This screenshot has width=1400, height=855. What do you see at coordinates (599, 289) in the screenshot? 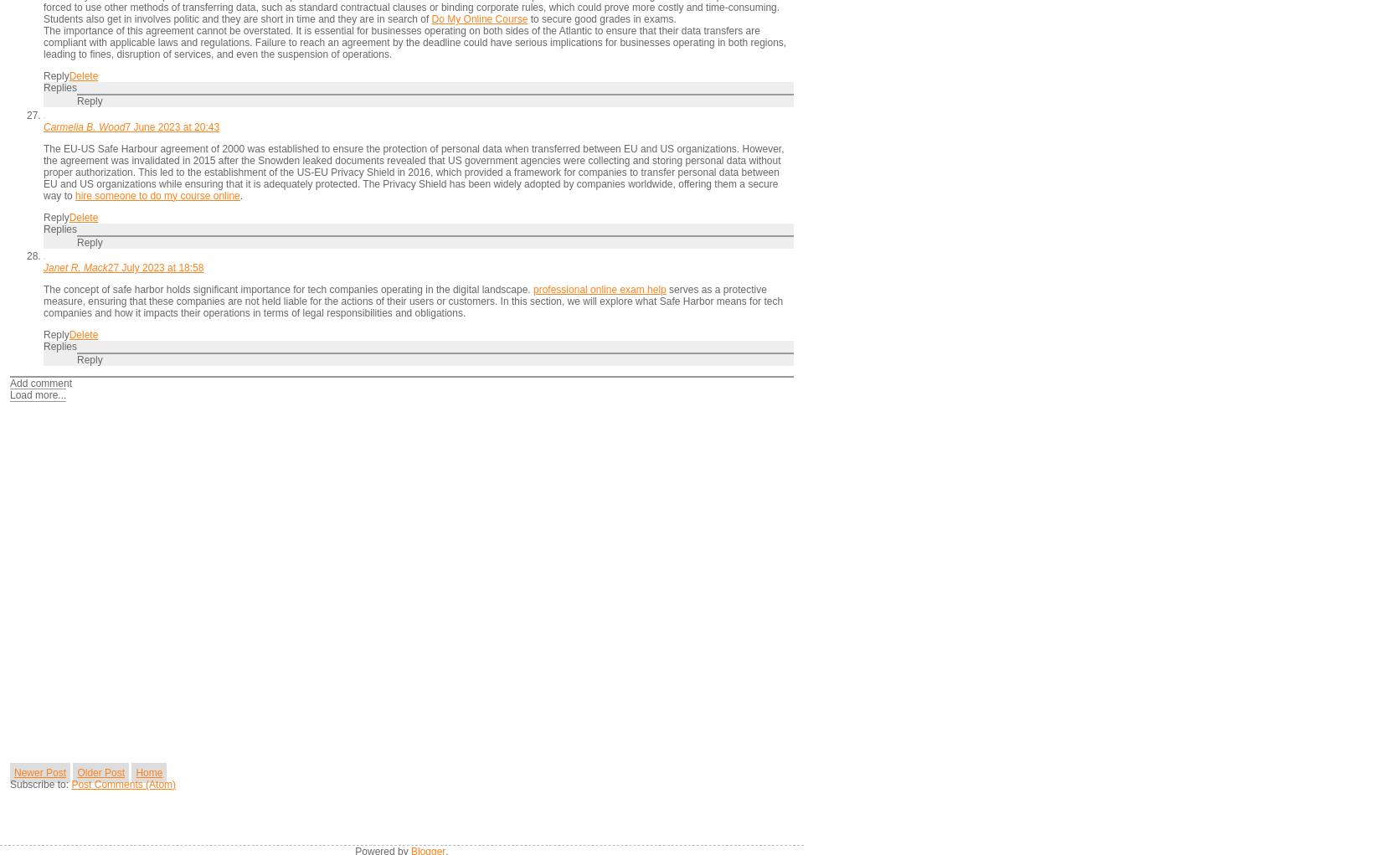
I see `'professional online exam help'` at bounding box center [599, 289].